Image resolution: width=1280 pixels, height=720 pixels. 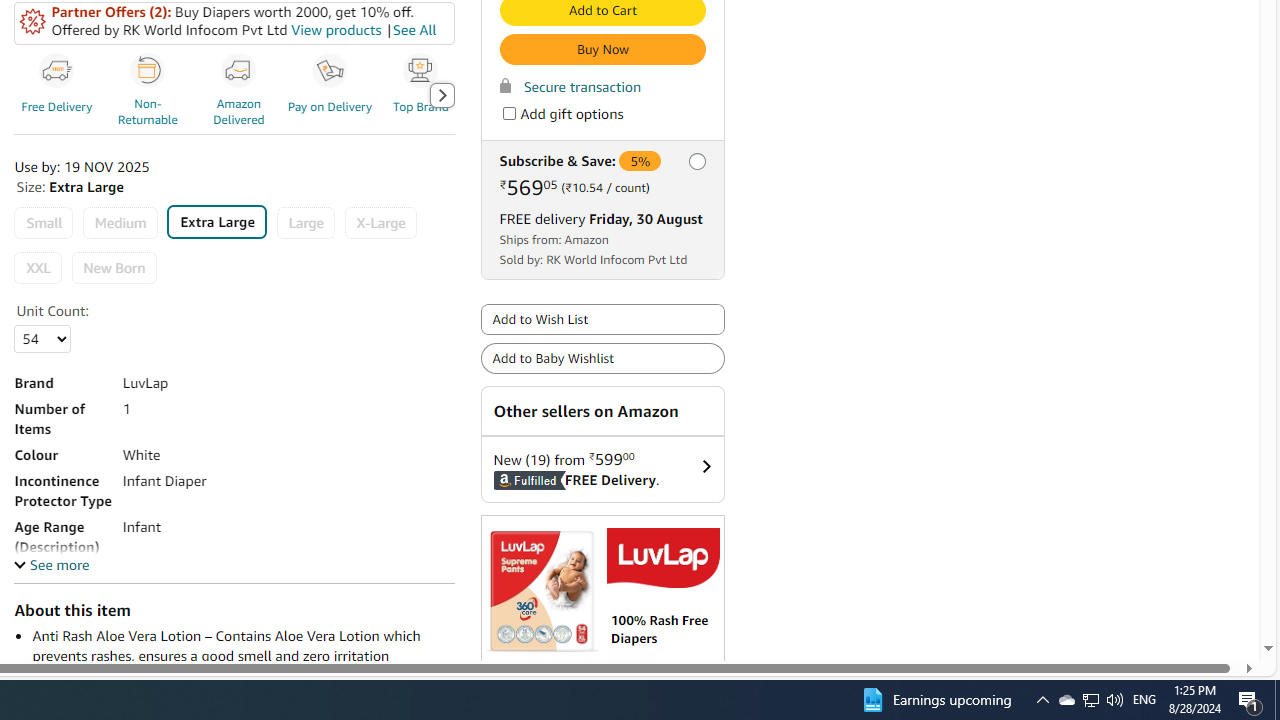 What do you see at coordinates (240, 94) in the screenshot?
I see `'Amazon Delivered'` at bounding box center [240, 94].